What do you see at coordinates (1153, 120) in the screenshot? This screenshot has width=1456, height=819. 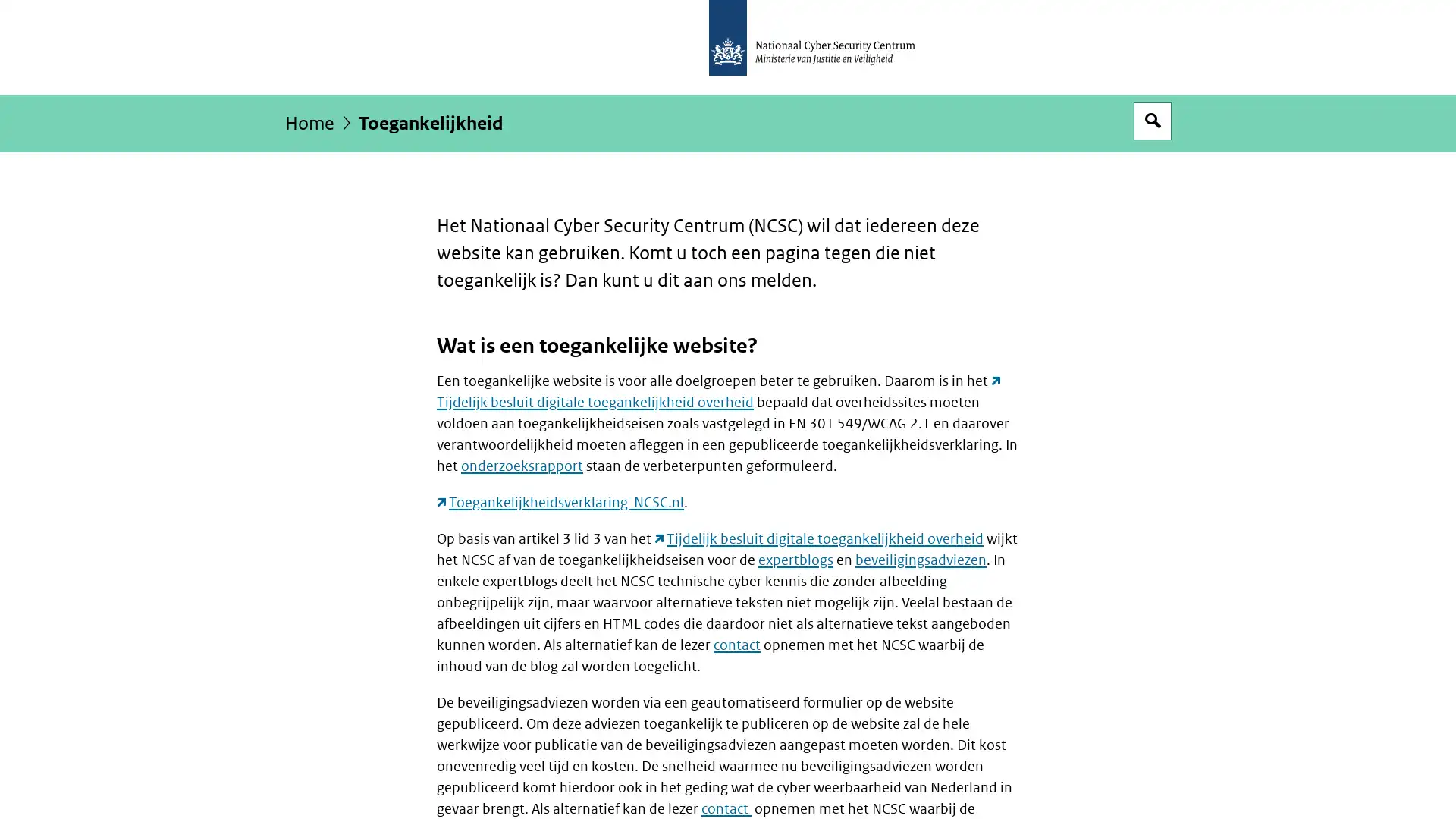 I see `Open zoekveld` at bounding box center [1153, 120].